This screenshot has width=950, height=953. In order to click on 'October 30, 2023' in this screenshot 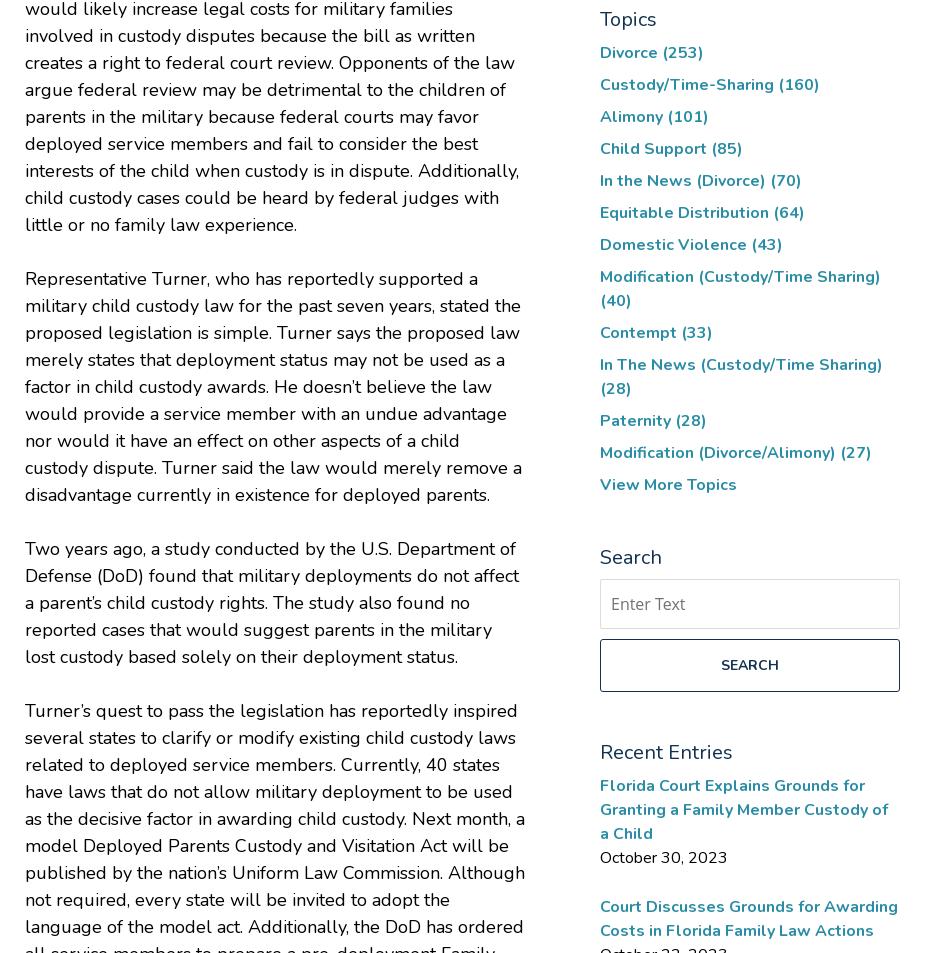, I will do `click(663, 857)`.